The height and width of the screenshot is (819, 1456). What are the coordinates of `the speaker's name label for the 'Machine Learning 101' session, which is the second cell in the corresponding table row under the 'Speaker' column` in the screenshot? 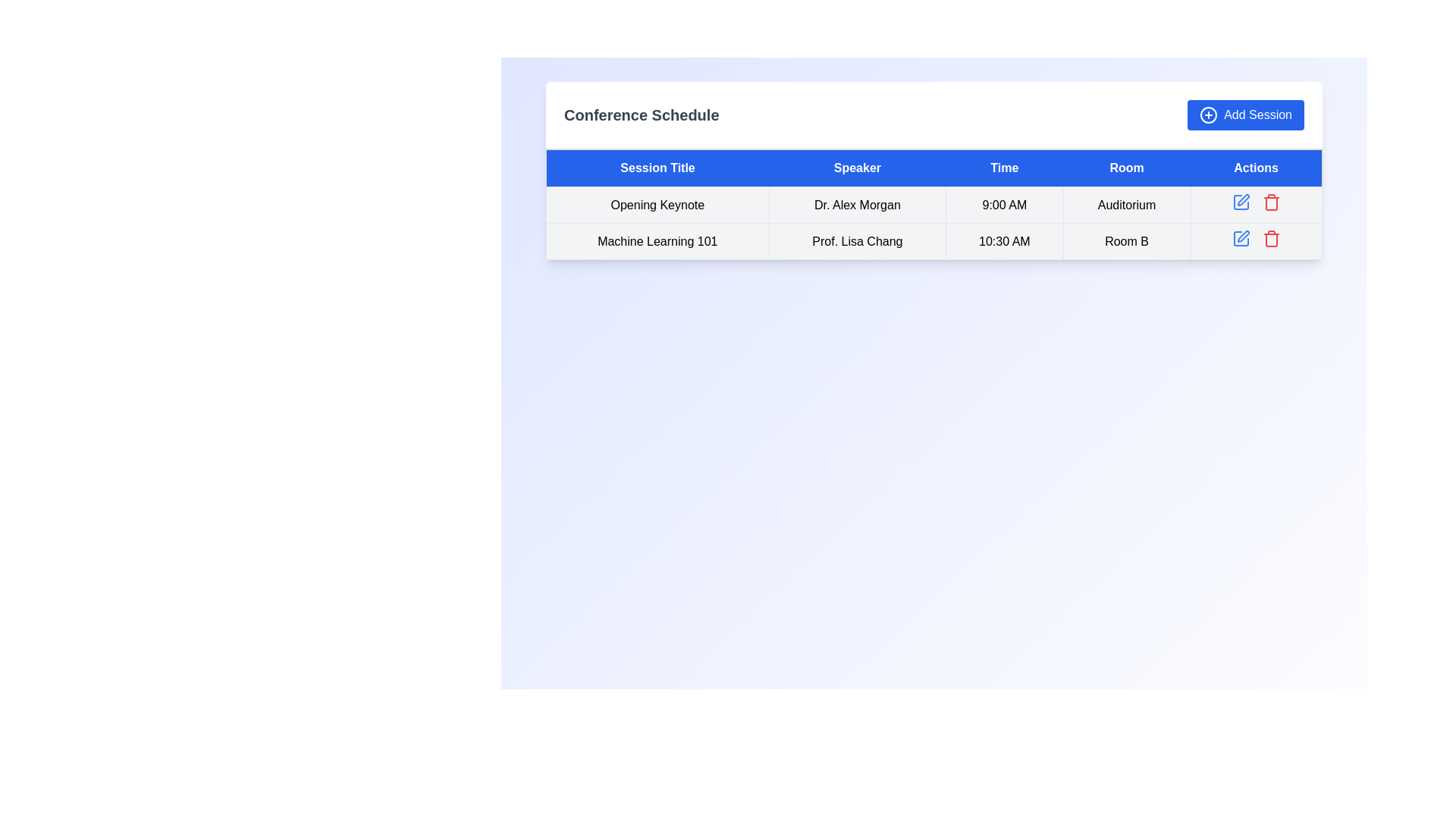 It's located at (857, 240).